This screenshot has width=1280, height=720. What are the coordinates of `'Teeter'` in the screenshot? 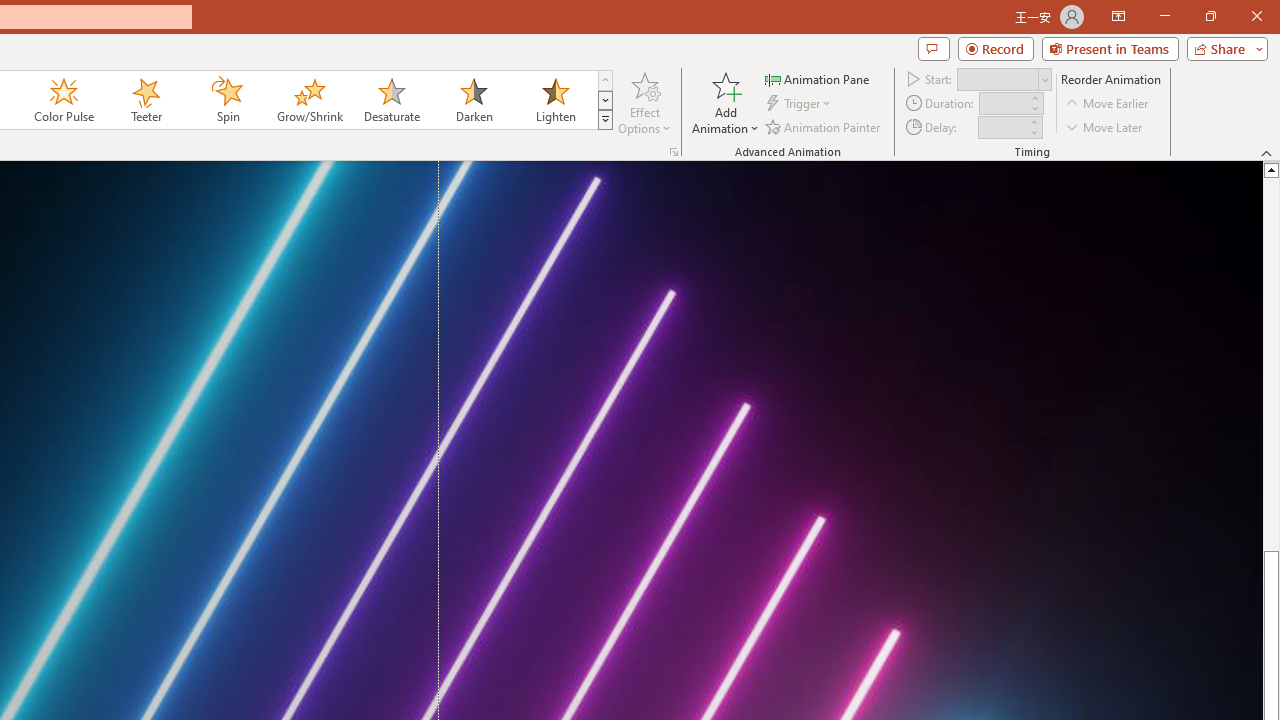 It's located at (144, 100).